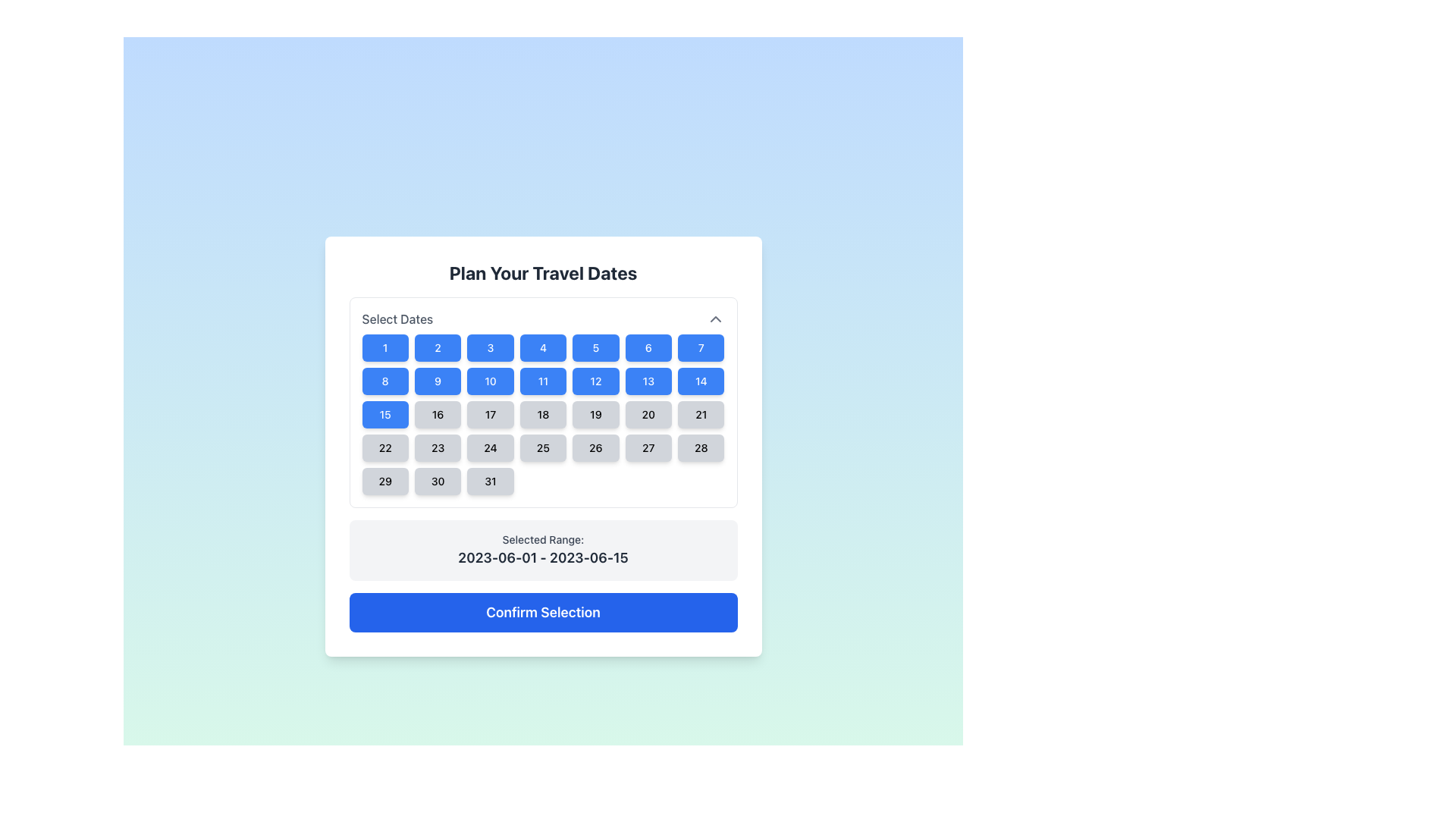 The height and width of the screenshot is (819, 1456). What do you see at coordinates (491, 415) in the screenshot?
I see `the rounded button displaying the number '17' in the date picker grid, located in the third row, second column` at bounding box center [491, 415].